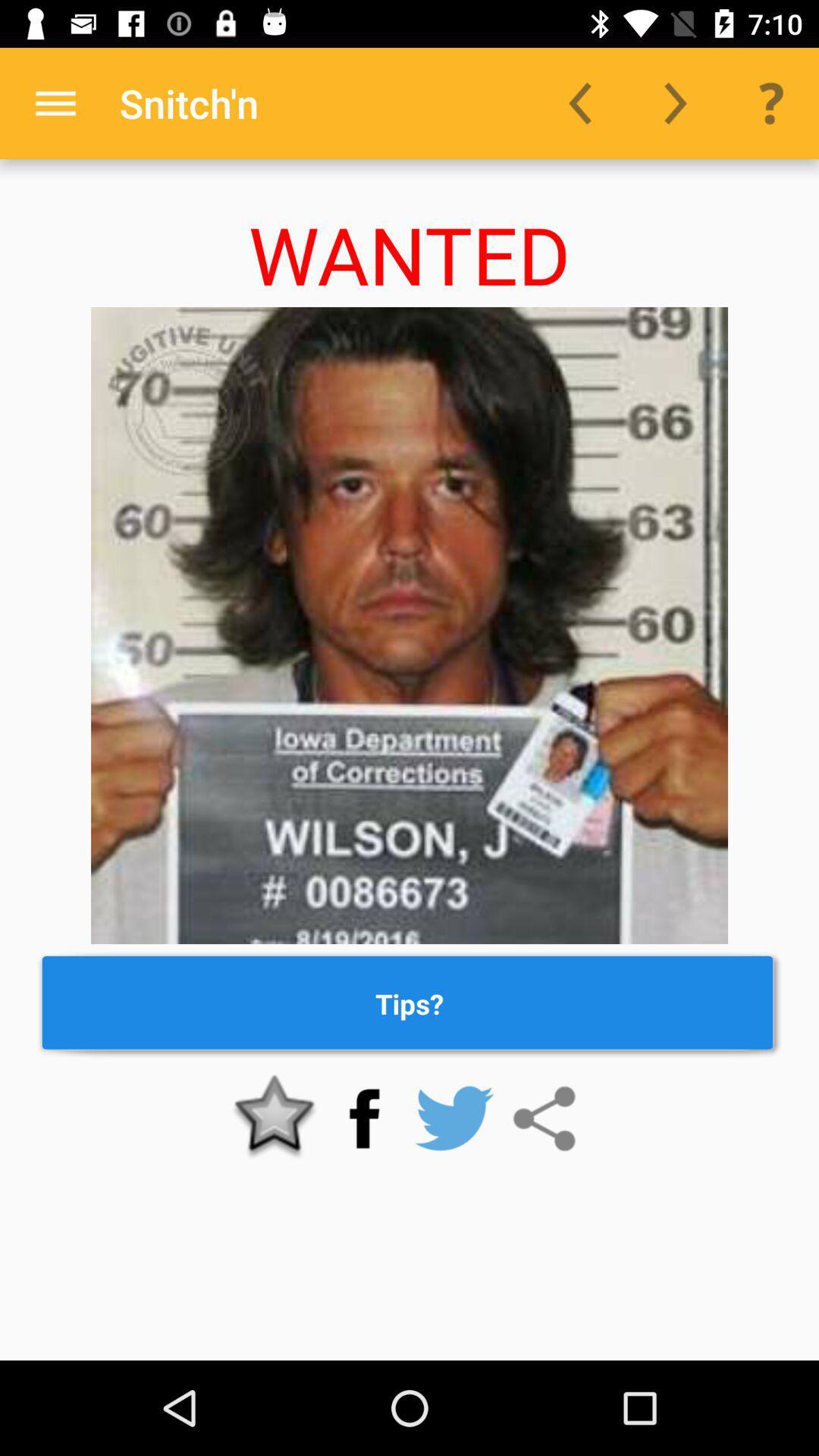 The width and height of the screenshot is (819, 1456). I want to click on the facebook icon, so click(364, 1119).